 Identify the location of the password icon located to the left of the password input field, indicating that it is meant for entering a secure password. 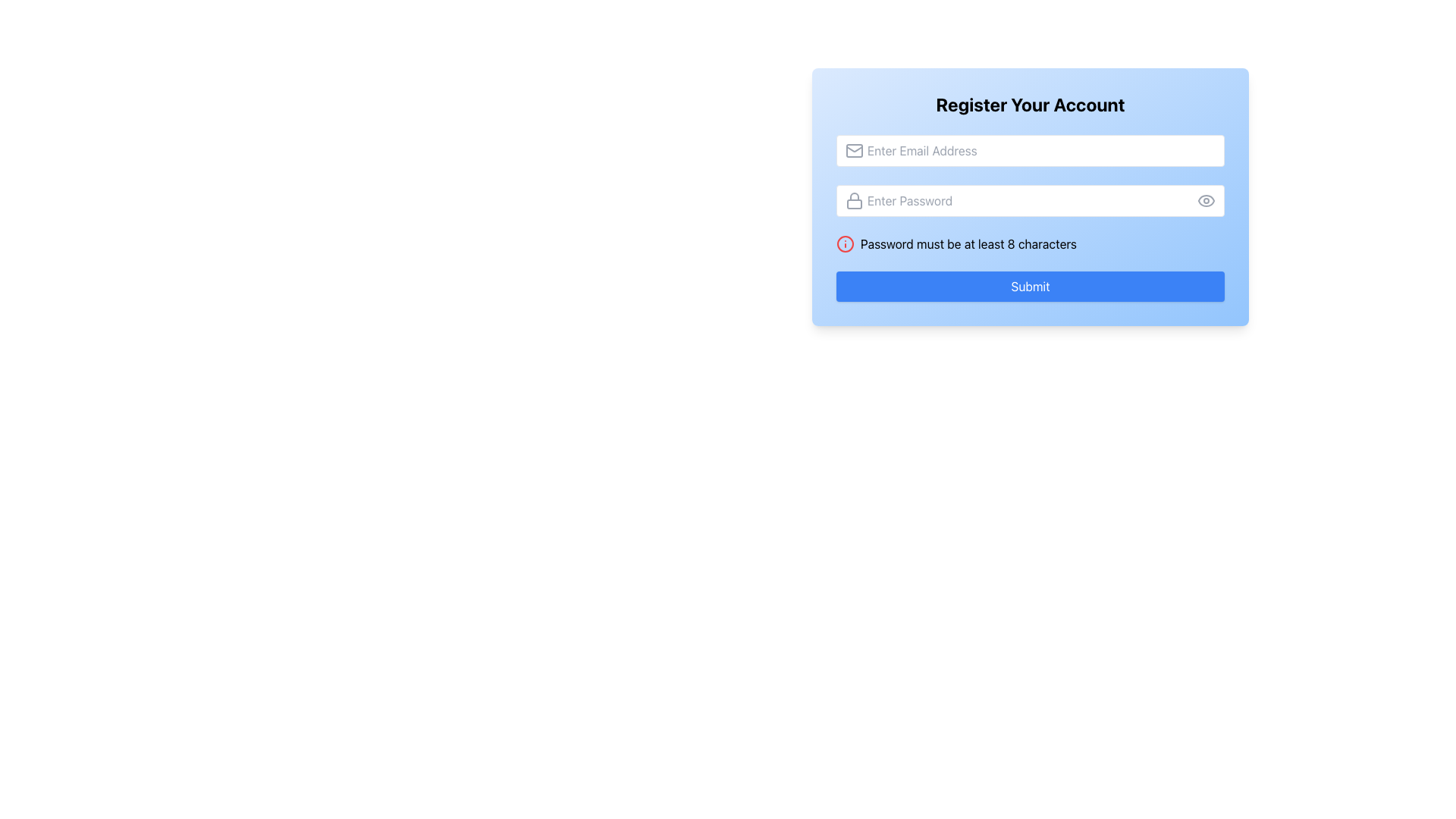
(855, 200).